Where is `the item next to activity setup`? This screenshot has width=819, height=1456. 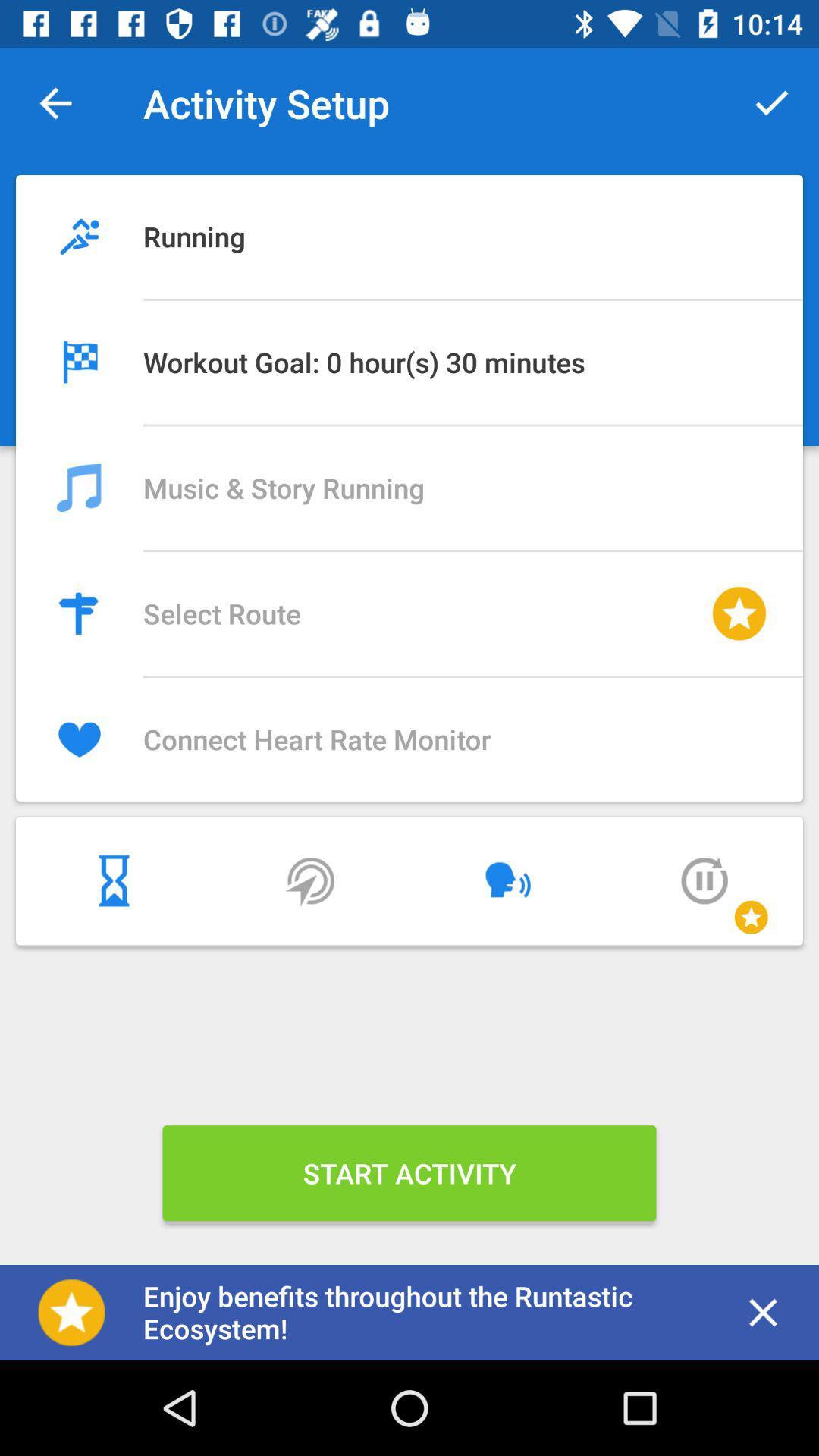 the item next to activity setup is located at coordinates (55, 102).